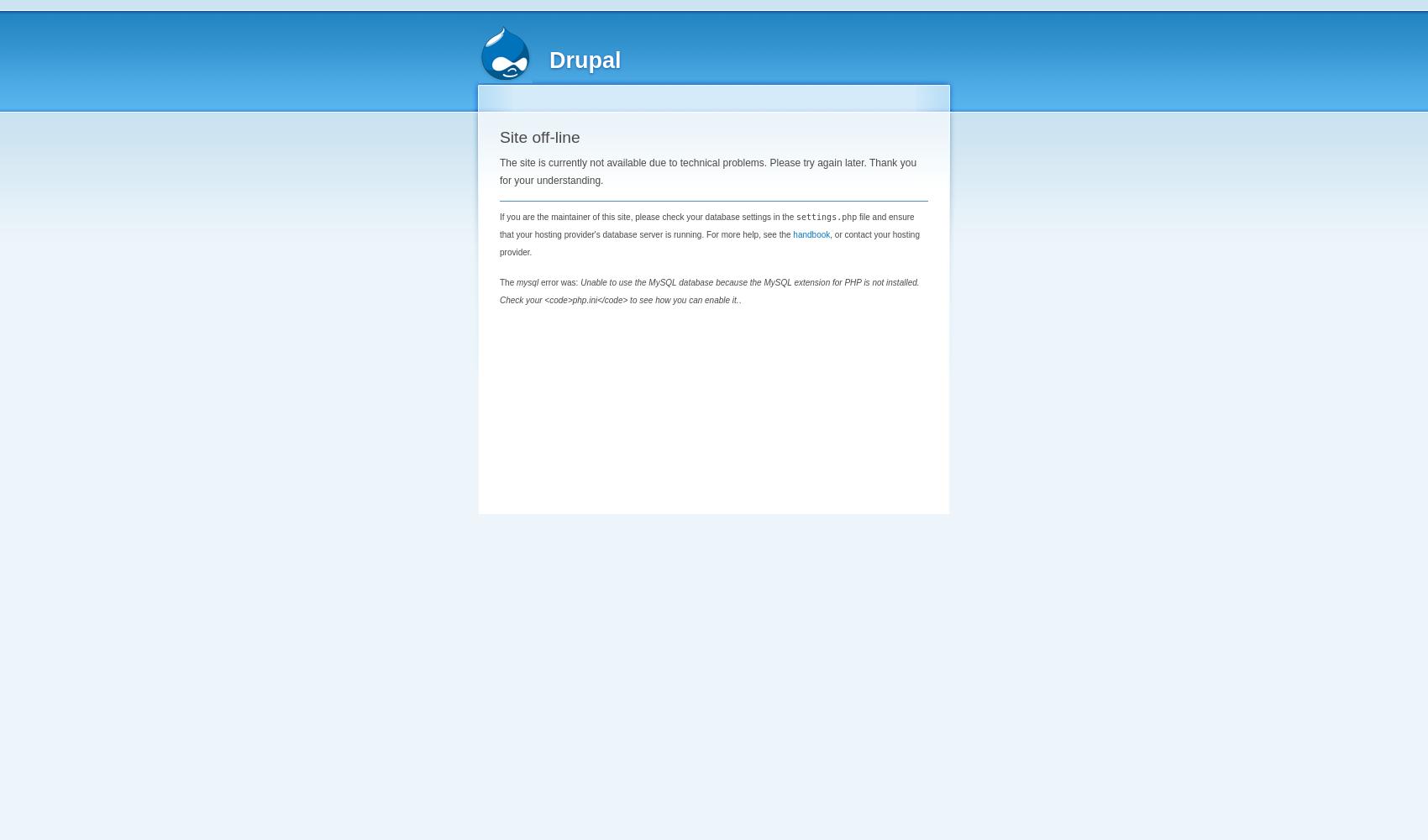 The height and width of the screenshot is (840, 1428). Describe the element at coordinates (507, 281) in the screenshot. I see `'The'` at that location.